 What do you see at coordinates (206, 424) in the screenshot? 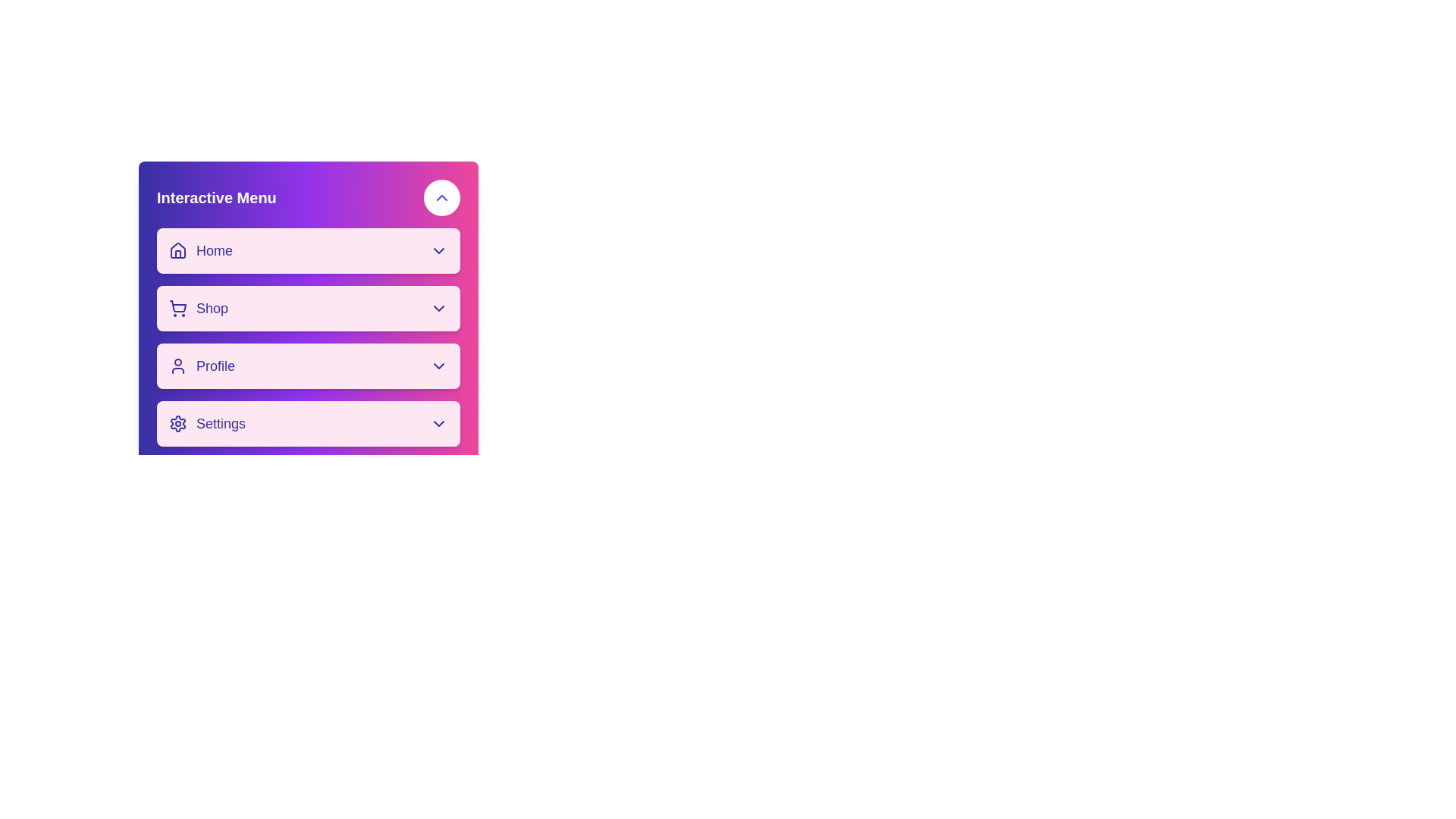
I see `the 'Settings' menu item at the bottom of the menu` at bounding box center [206, 424].